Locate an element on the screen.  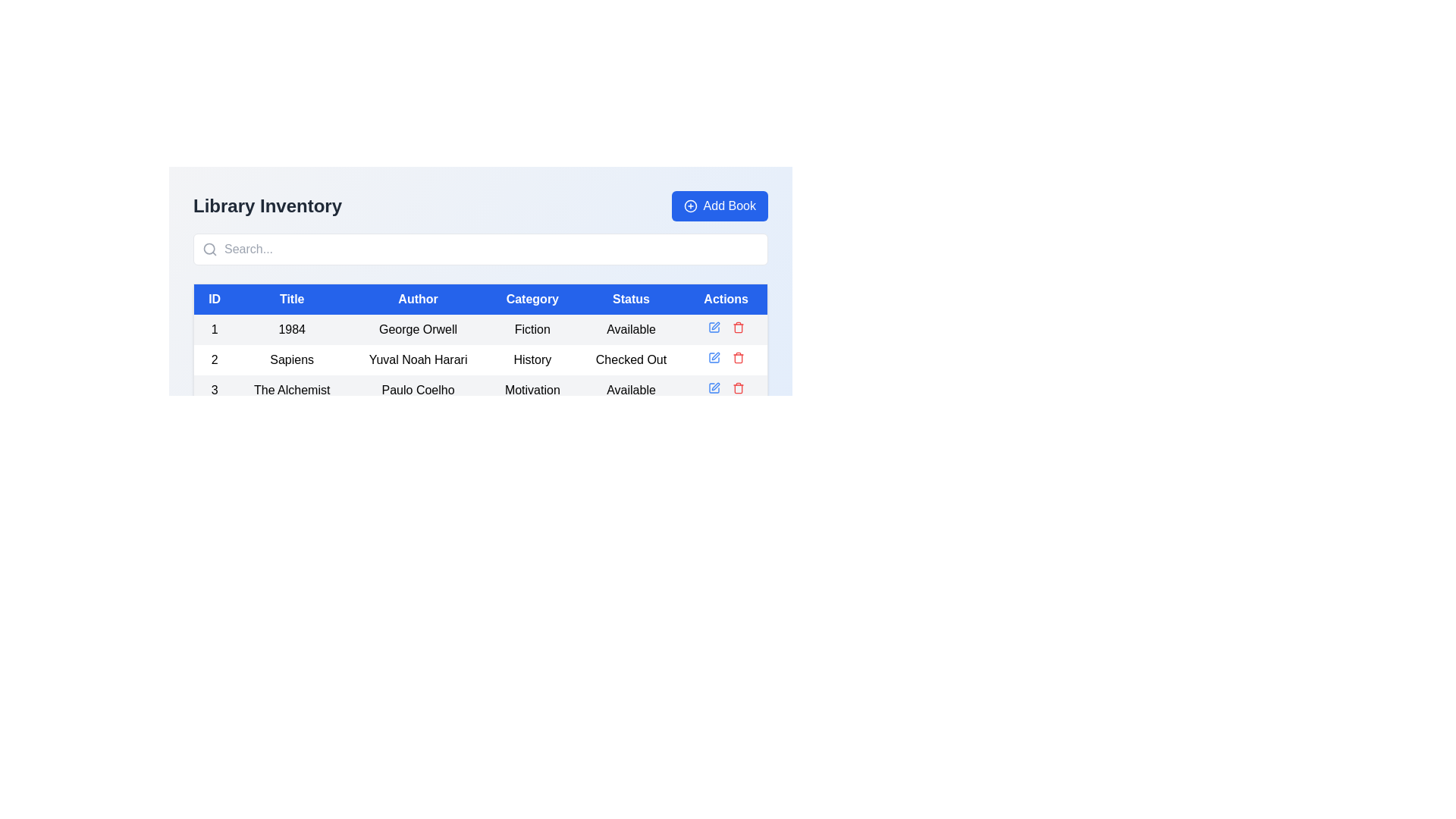
the circular SVG element that is part of the 'Add Book' button, which serves as an icon or indicator, located at the center coordinates is located at coordinates (689, 206).